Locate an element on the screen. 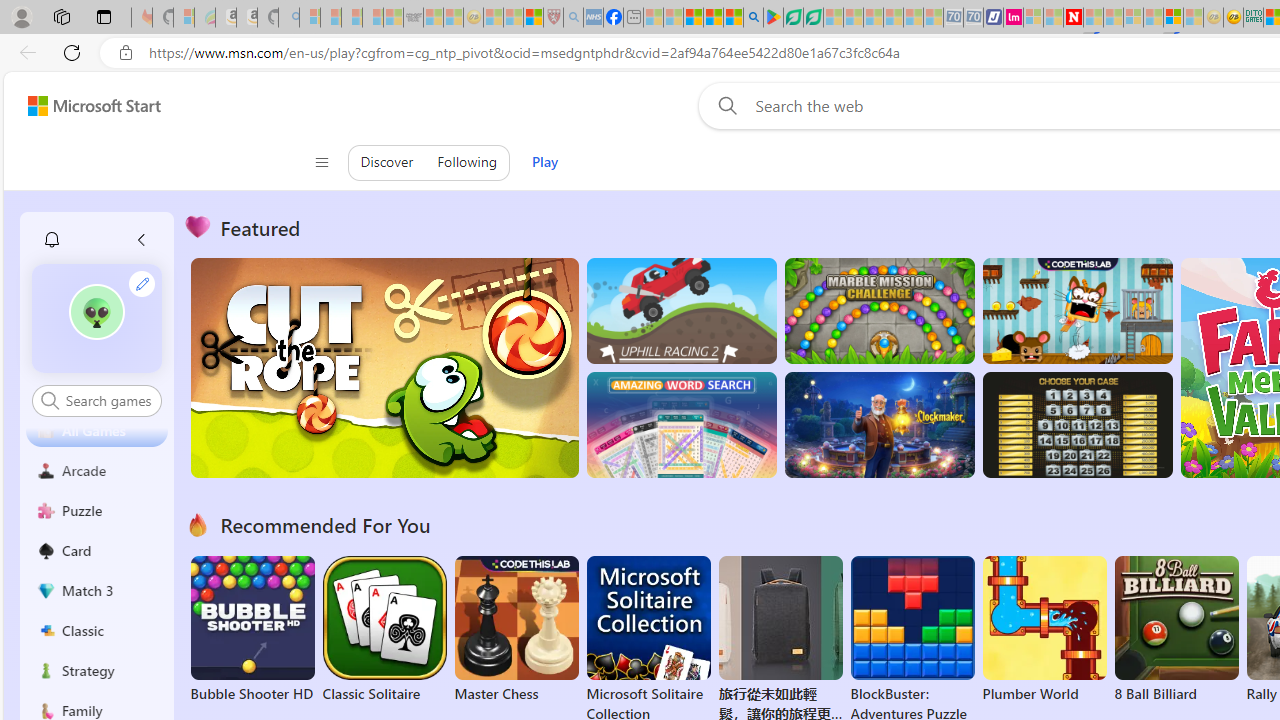 This screenshot has height=720, width=1280. 'Class: control icon-only' is located at coordinates (321, 162).